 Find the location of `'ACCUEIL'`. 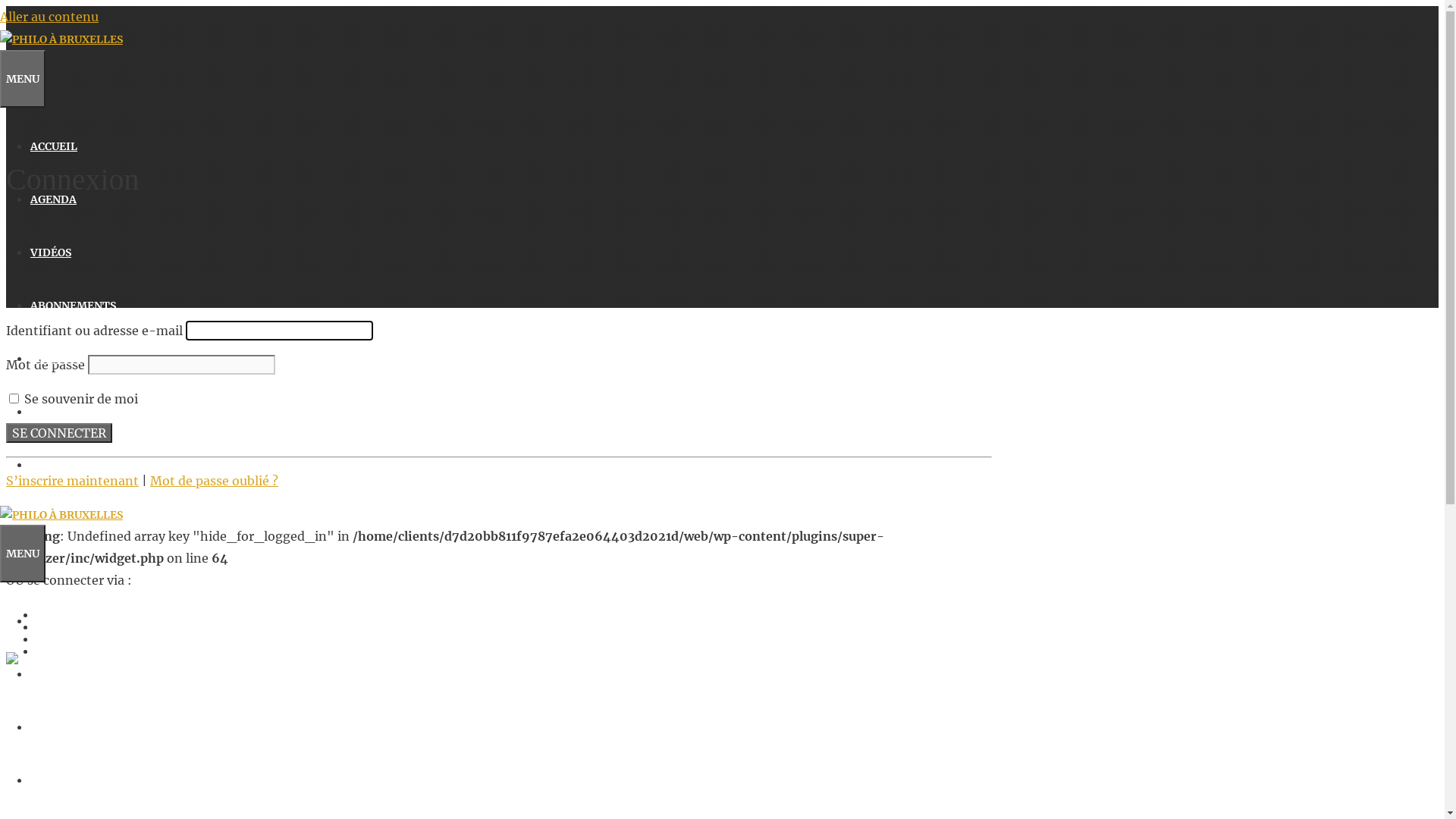

'ACCUEIL' is located at coordinates (54, 146).